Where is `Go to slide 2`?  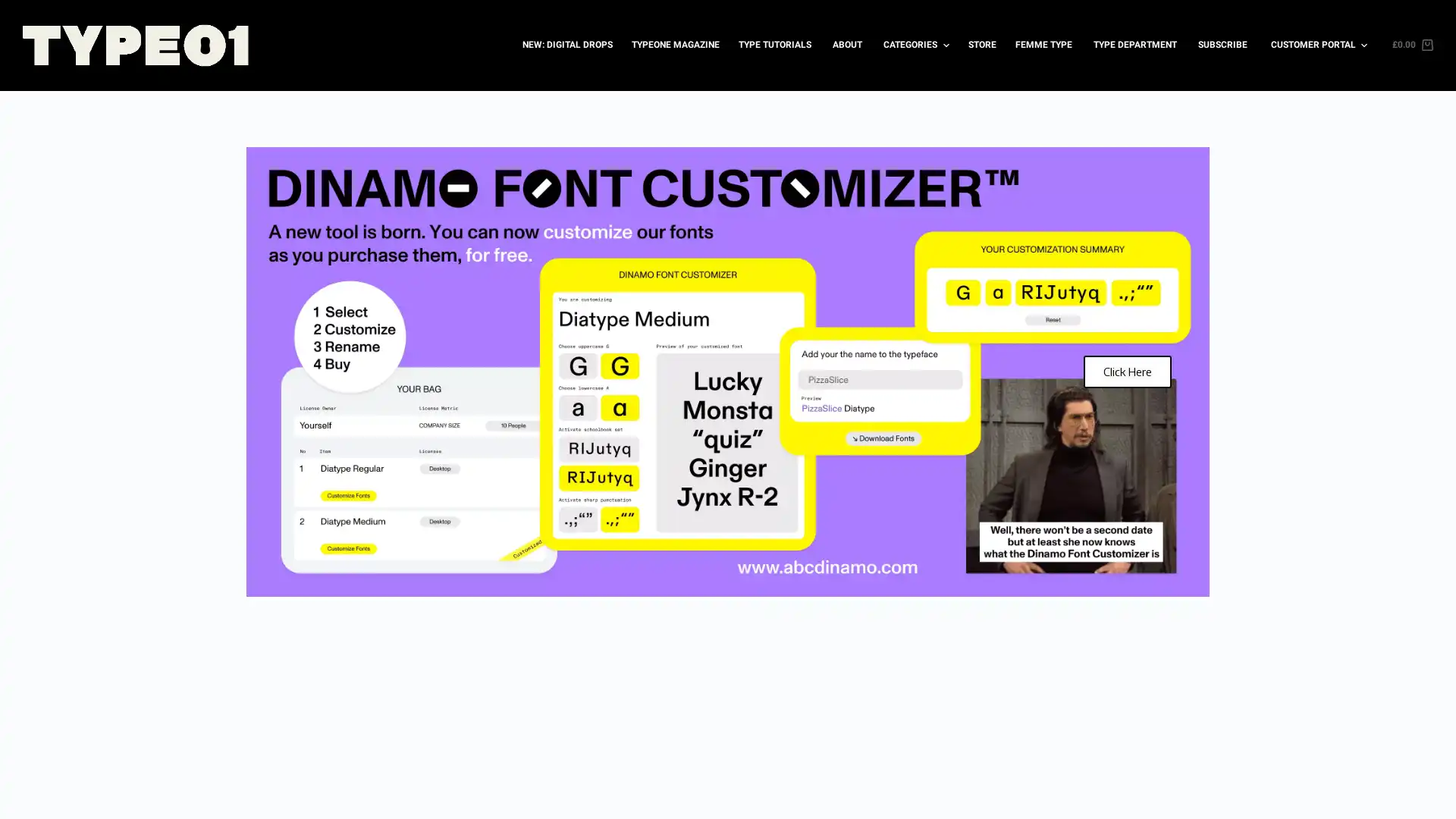 Go to slide 2 is located at coordinates (720, 585).